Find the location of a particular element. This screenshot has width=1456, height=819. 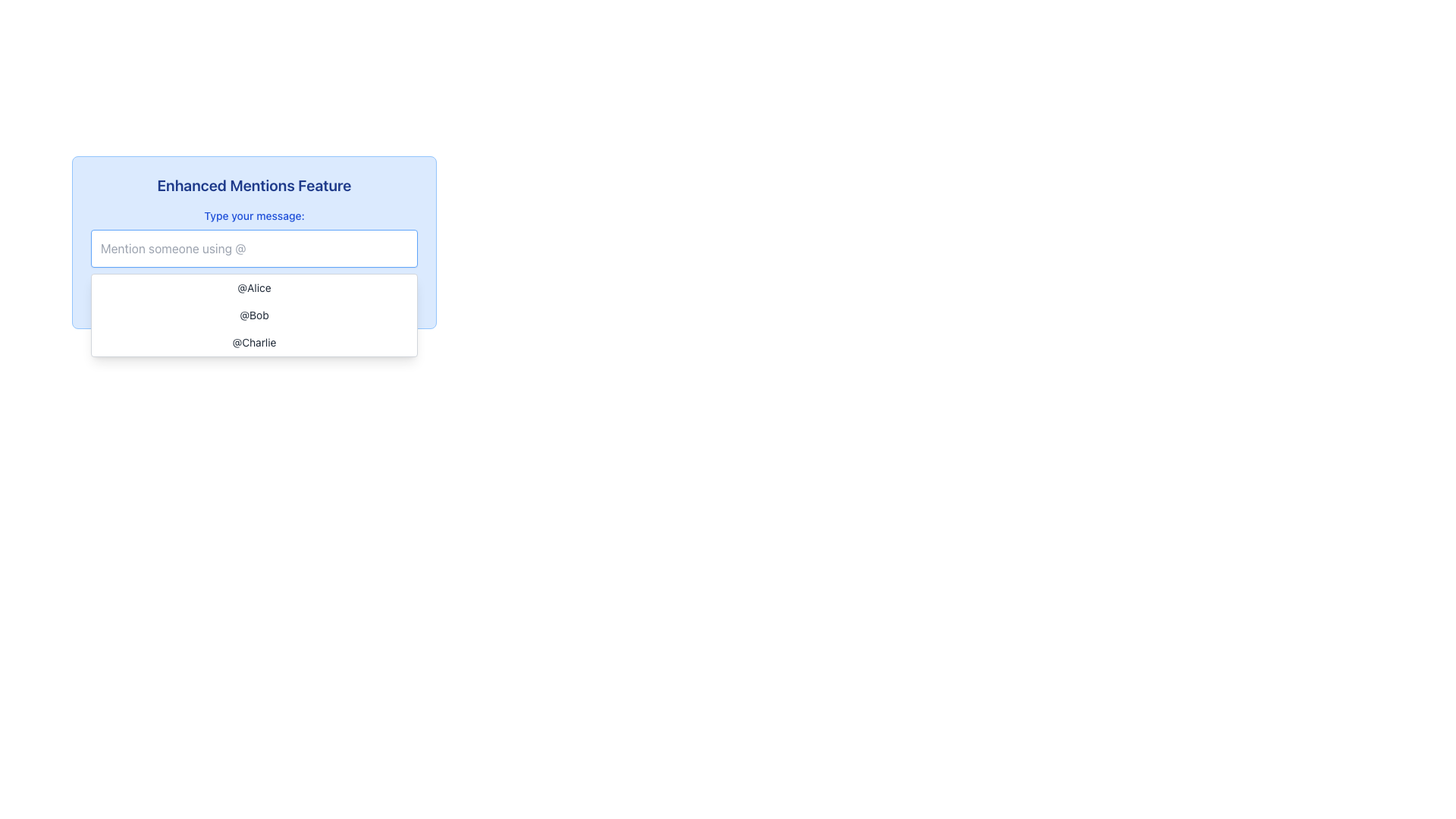

the list item '@Charlie,' which is styled in neutral gray and appears as the third option in the dropdown list of user mentions is located at coordinates (254, 342).